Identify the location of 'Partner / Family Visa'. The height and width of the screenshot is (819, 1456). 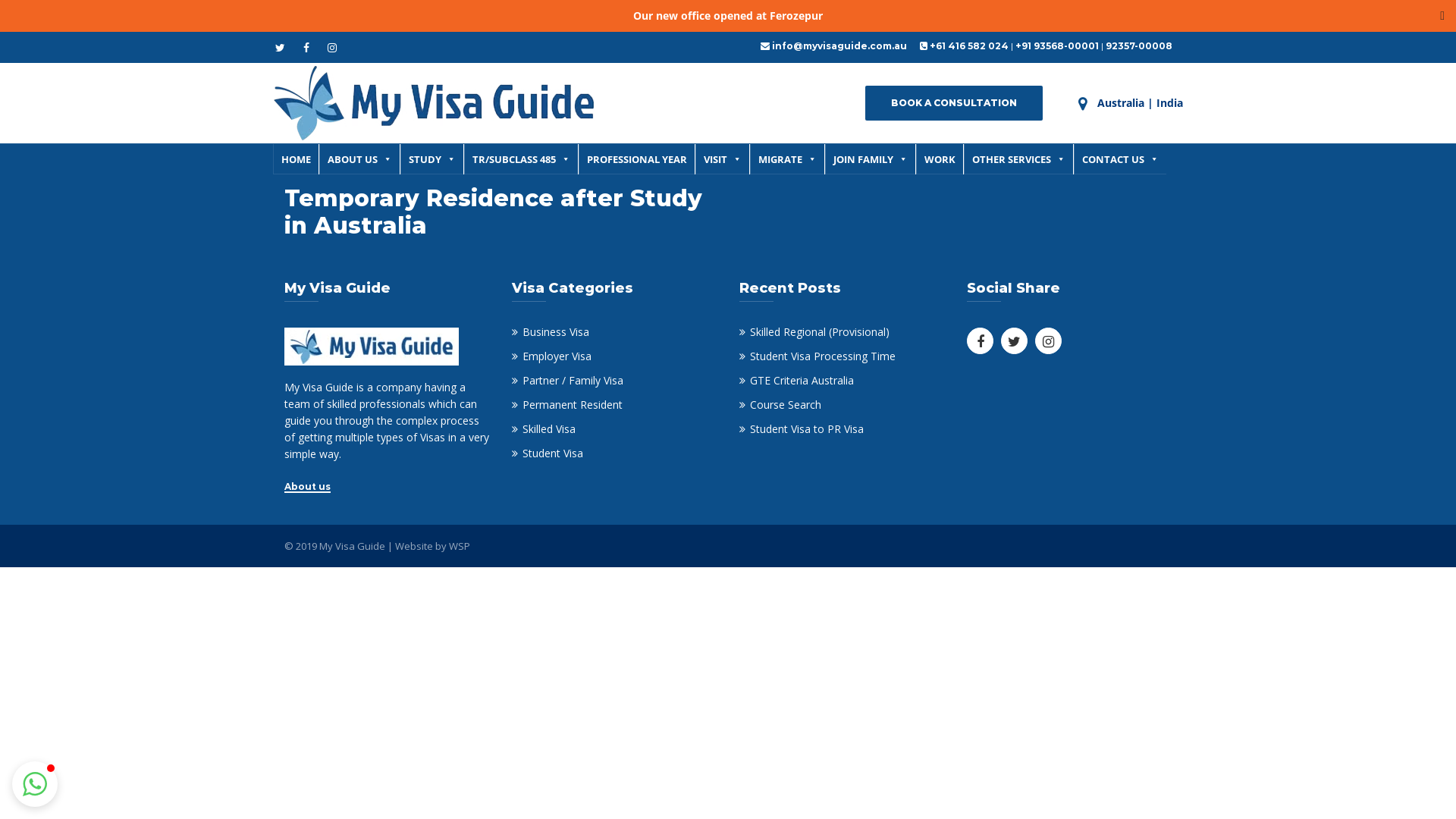
(566, 379).